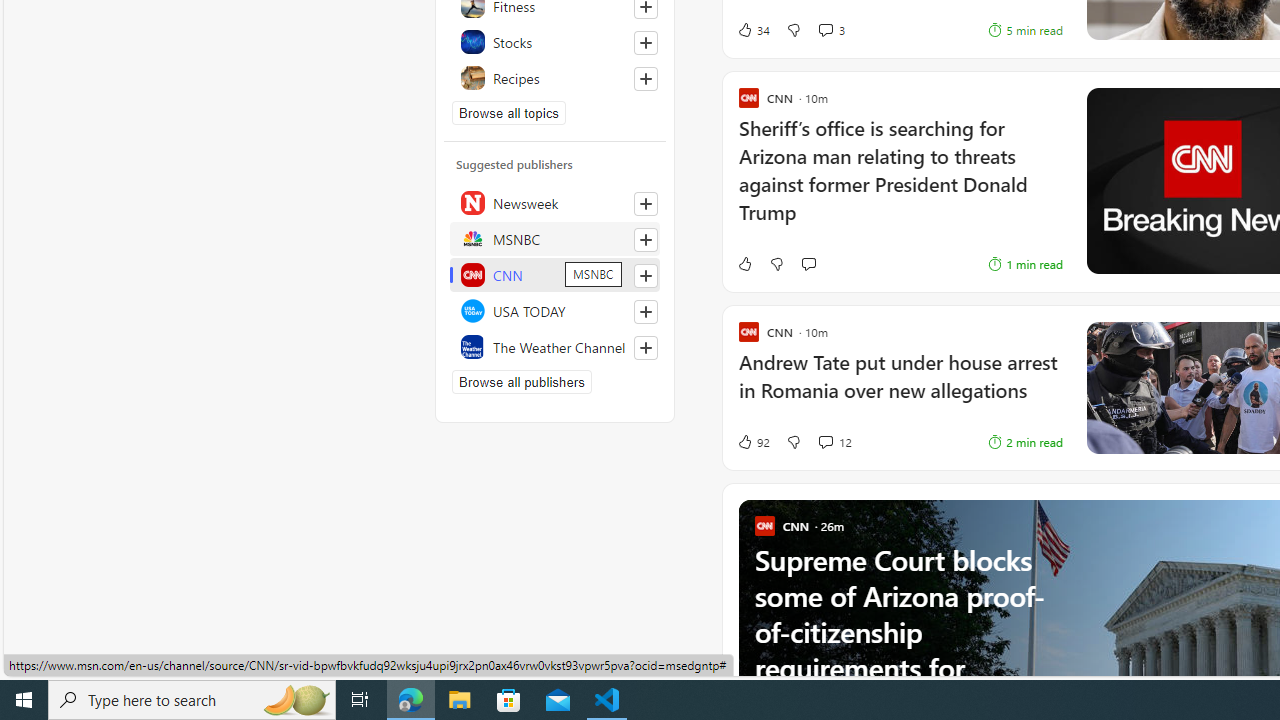 This screenshot has width=1280, height=720. Describe the element at coordinates (743, 263) in the screenshot. I see `'Like'` at that location.